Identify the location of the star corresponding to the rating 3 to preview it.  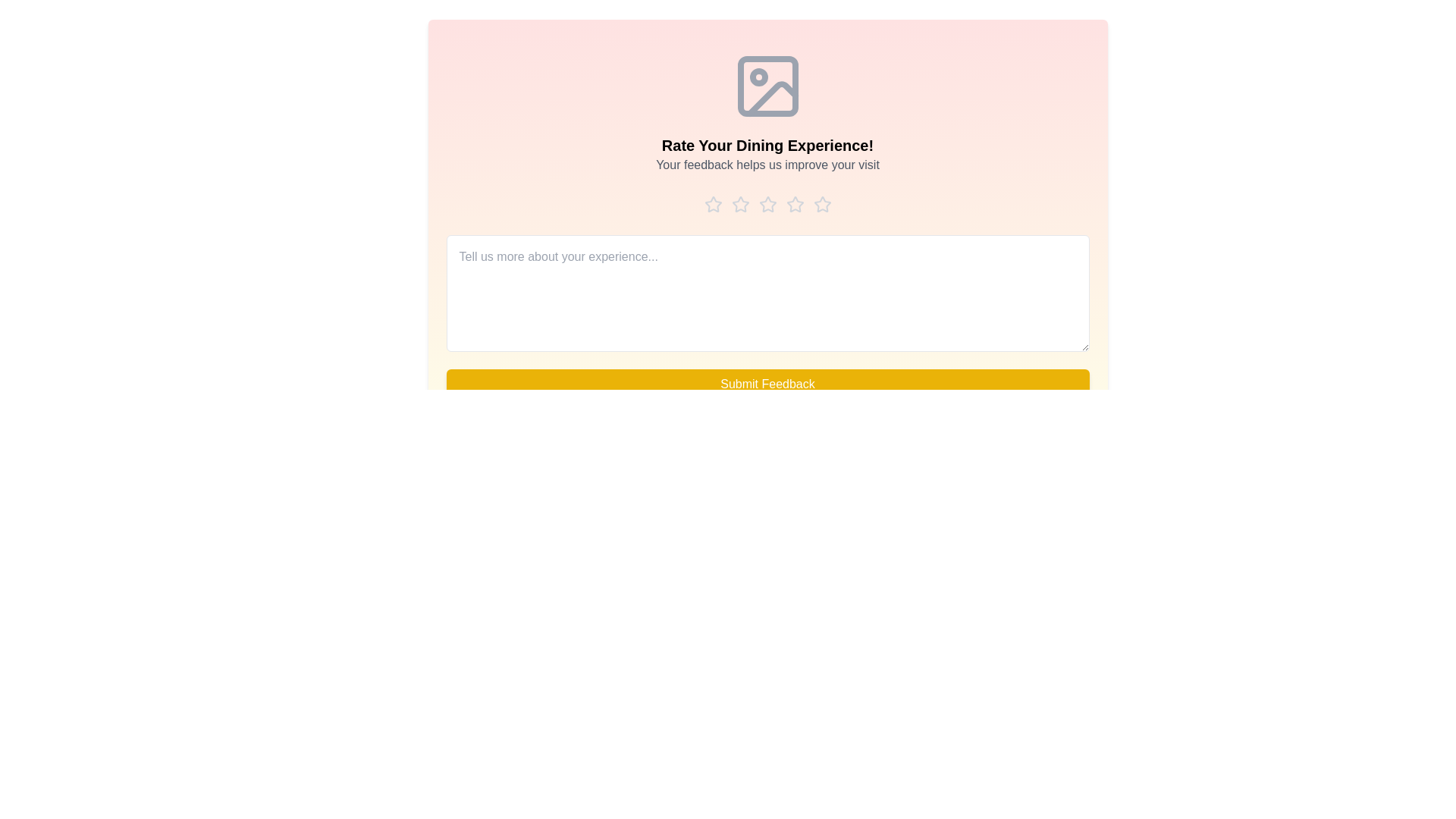
(767, 205).